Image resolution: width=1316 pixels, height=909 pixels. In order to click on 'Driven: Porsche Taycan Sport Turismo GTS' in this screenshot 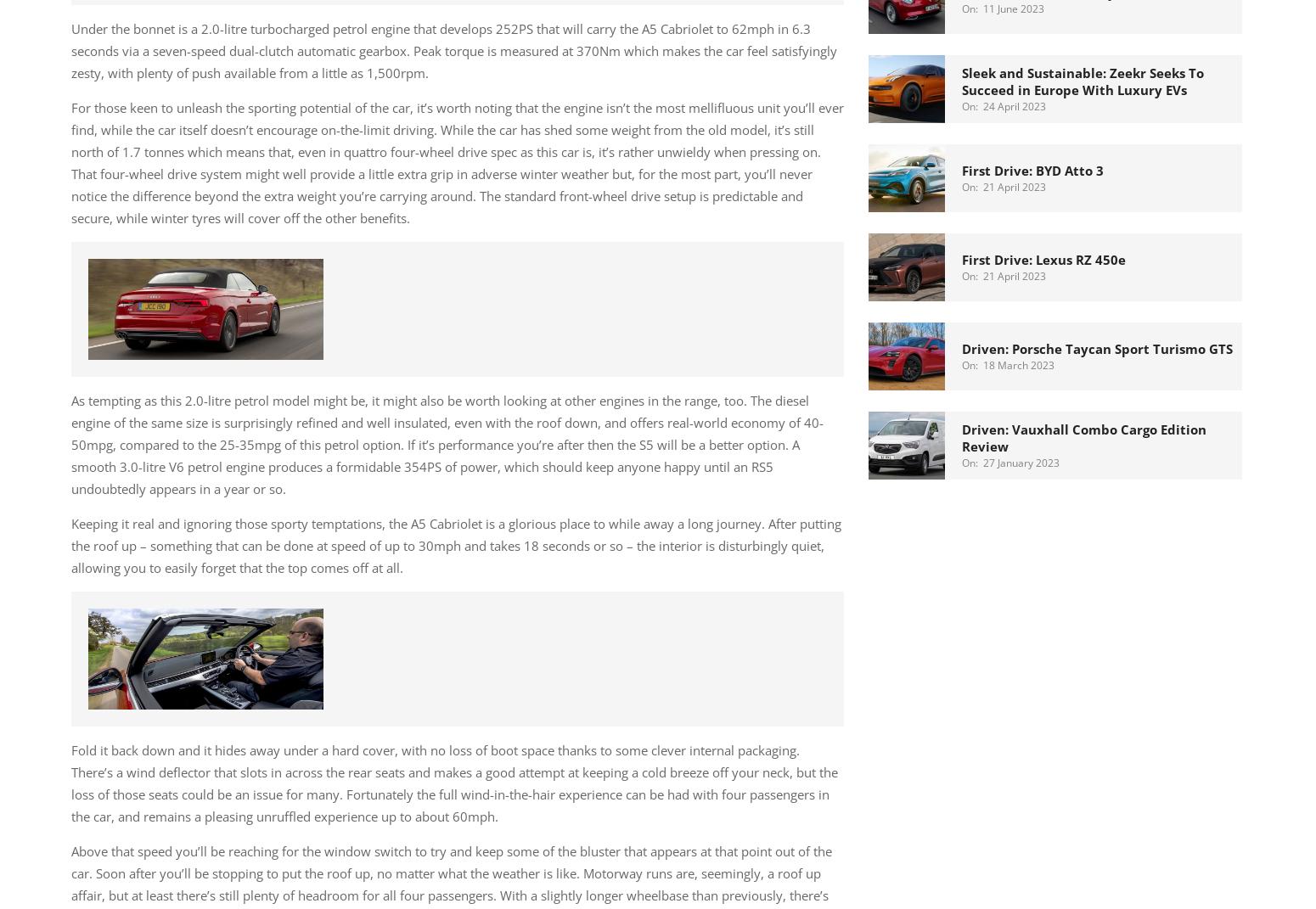, I will do `click(961, 347)`.